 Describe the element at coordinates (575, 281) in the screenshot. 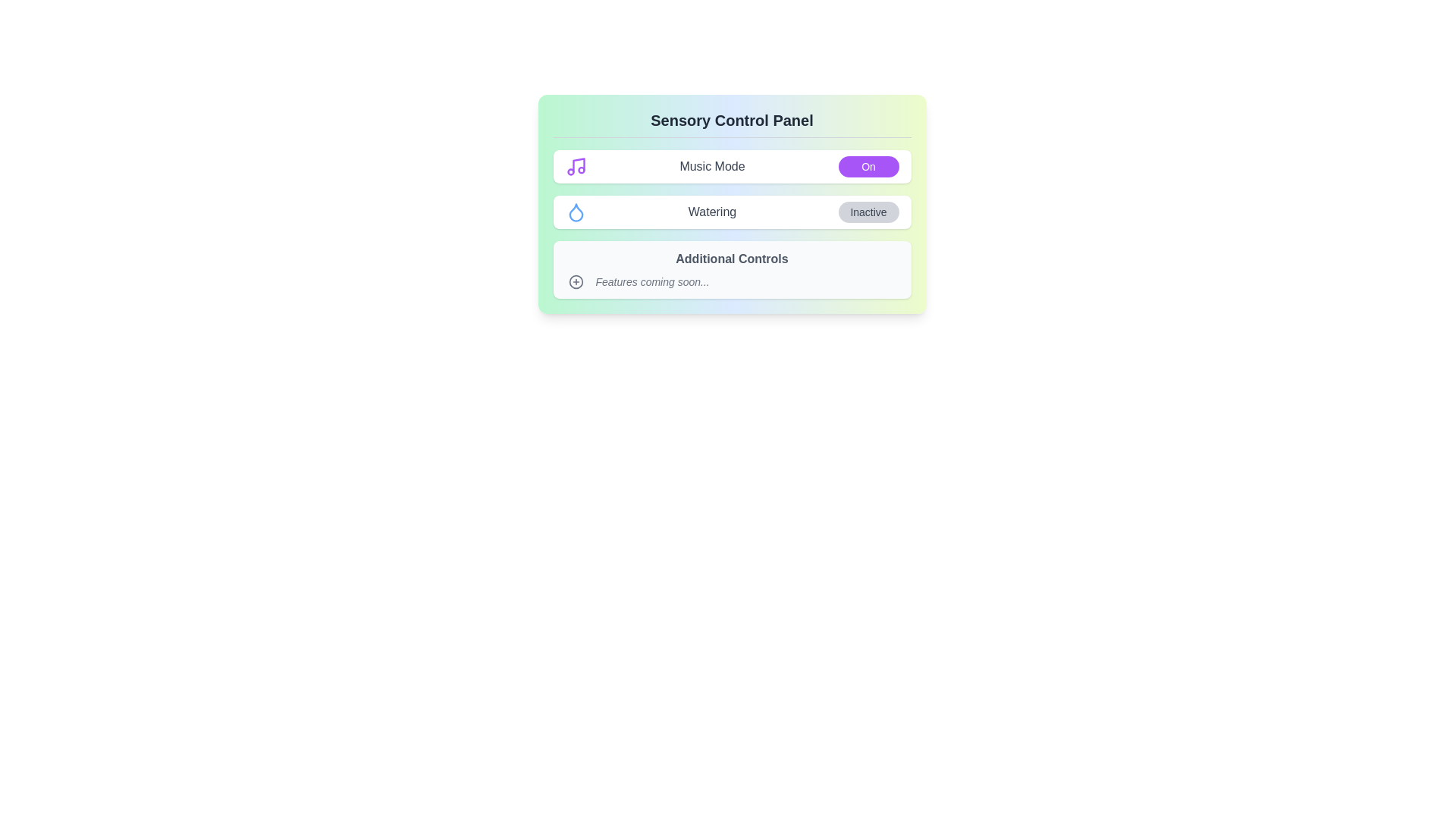

I see `the decorative icon in the 'Additional Controls' section, near the label 'Features coming soon...'` at that location.